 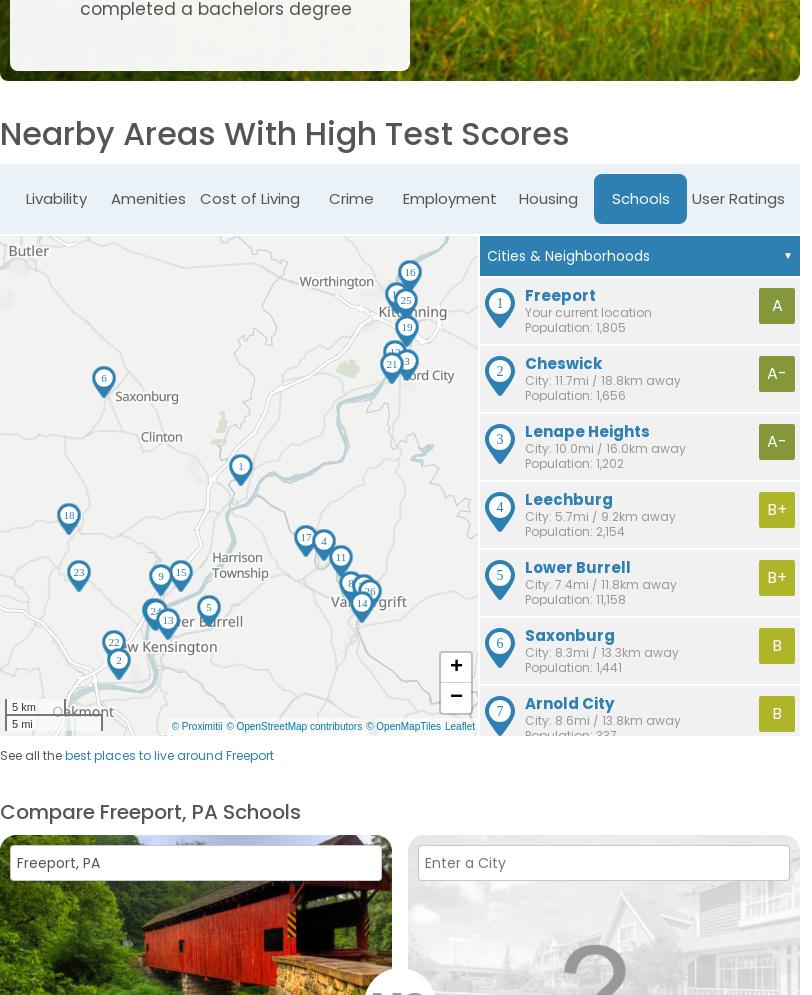 I want to click on 'City: 7.4mi / 11.8km away', so click(x=525, y=583).